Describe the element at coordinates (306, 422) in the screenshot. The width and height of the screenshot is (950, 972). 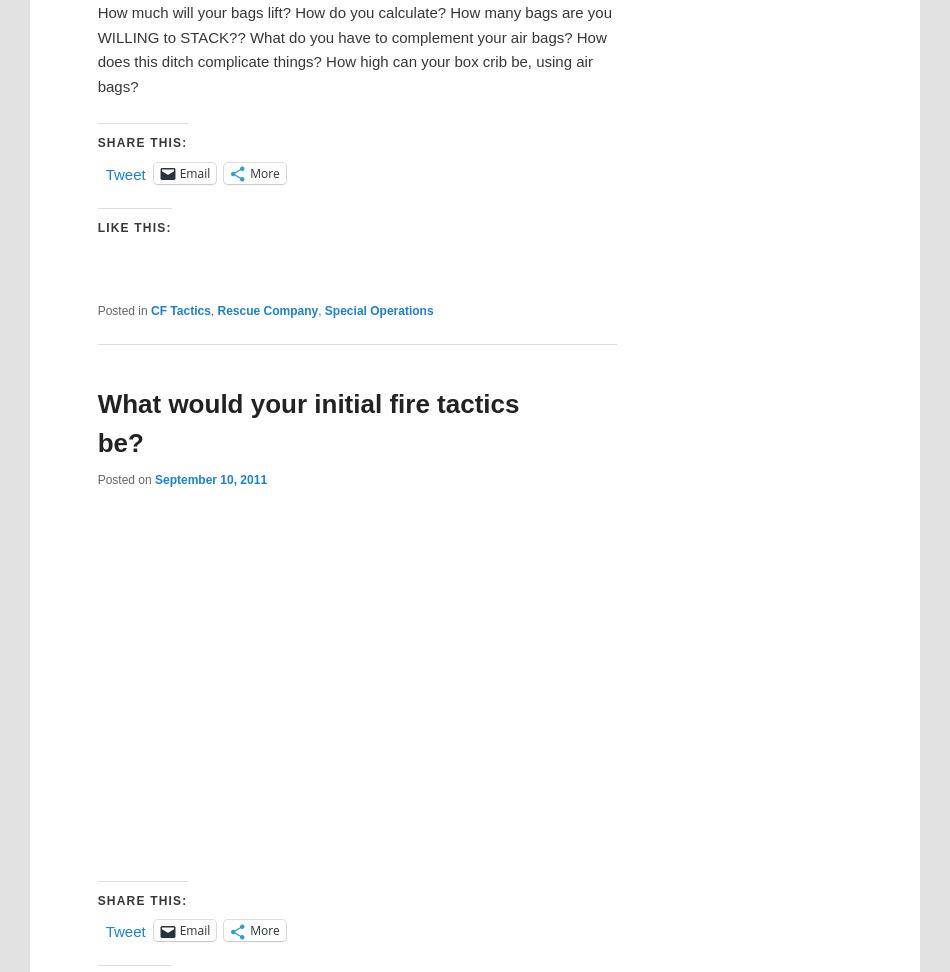
I see `'What would your initial fire tactics be?'` at that location.